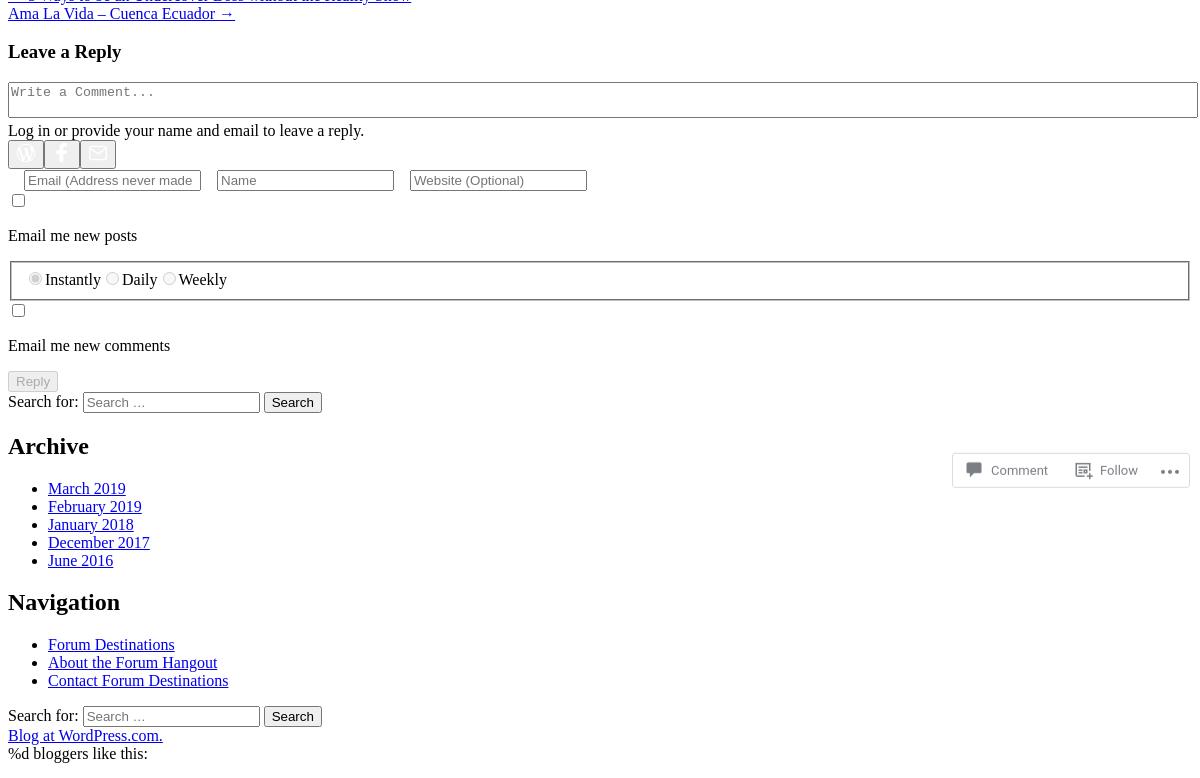 Image resolution: width=1200 pixels, height=778 pixels. What do you see at coordinates (90, 523) in the screenshot?
I see `'January 2018'` at bounding box center [90, 523].